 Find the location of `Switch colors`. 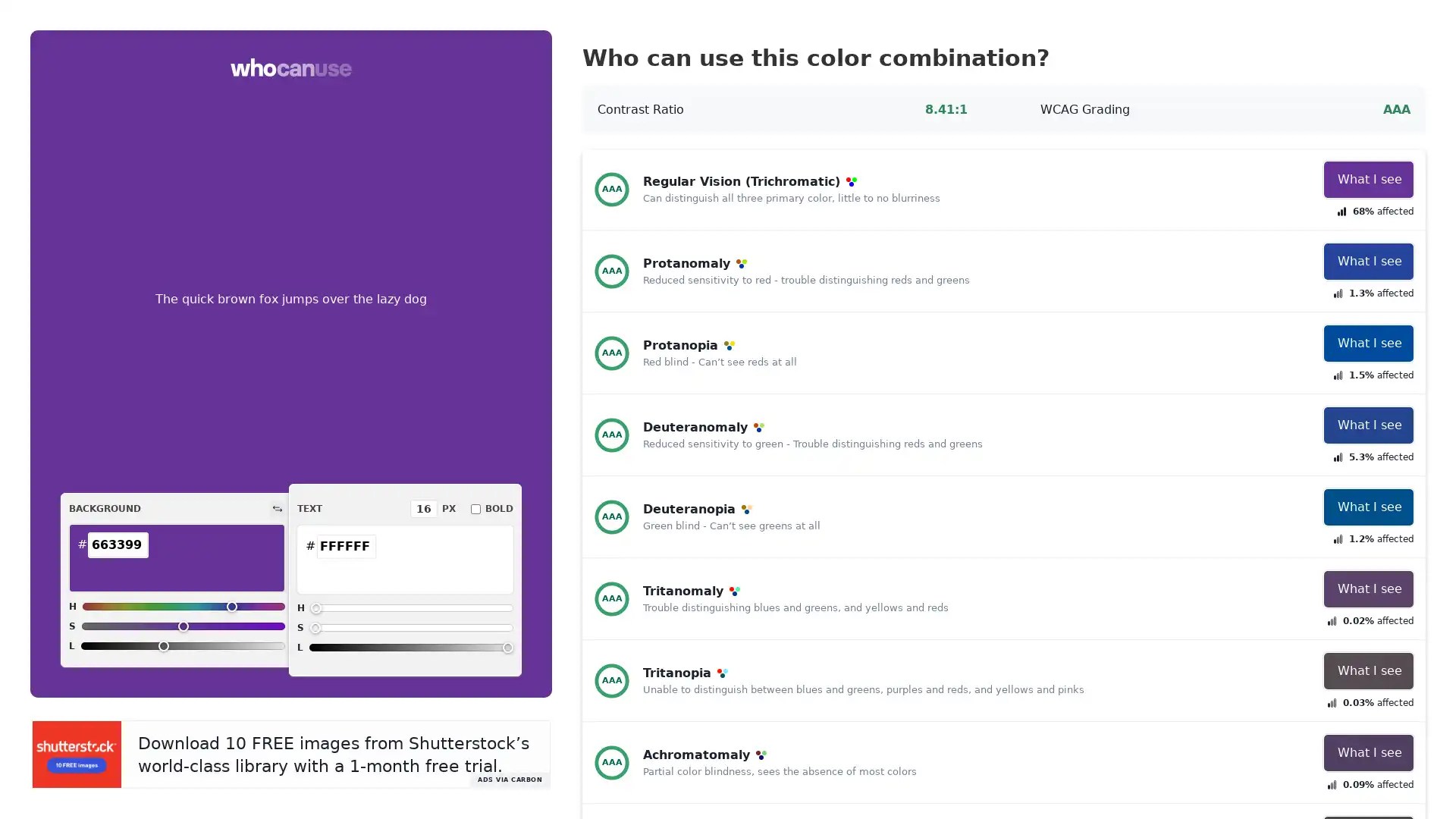

Switch colors is located at coordinates (277, 509).